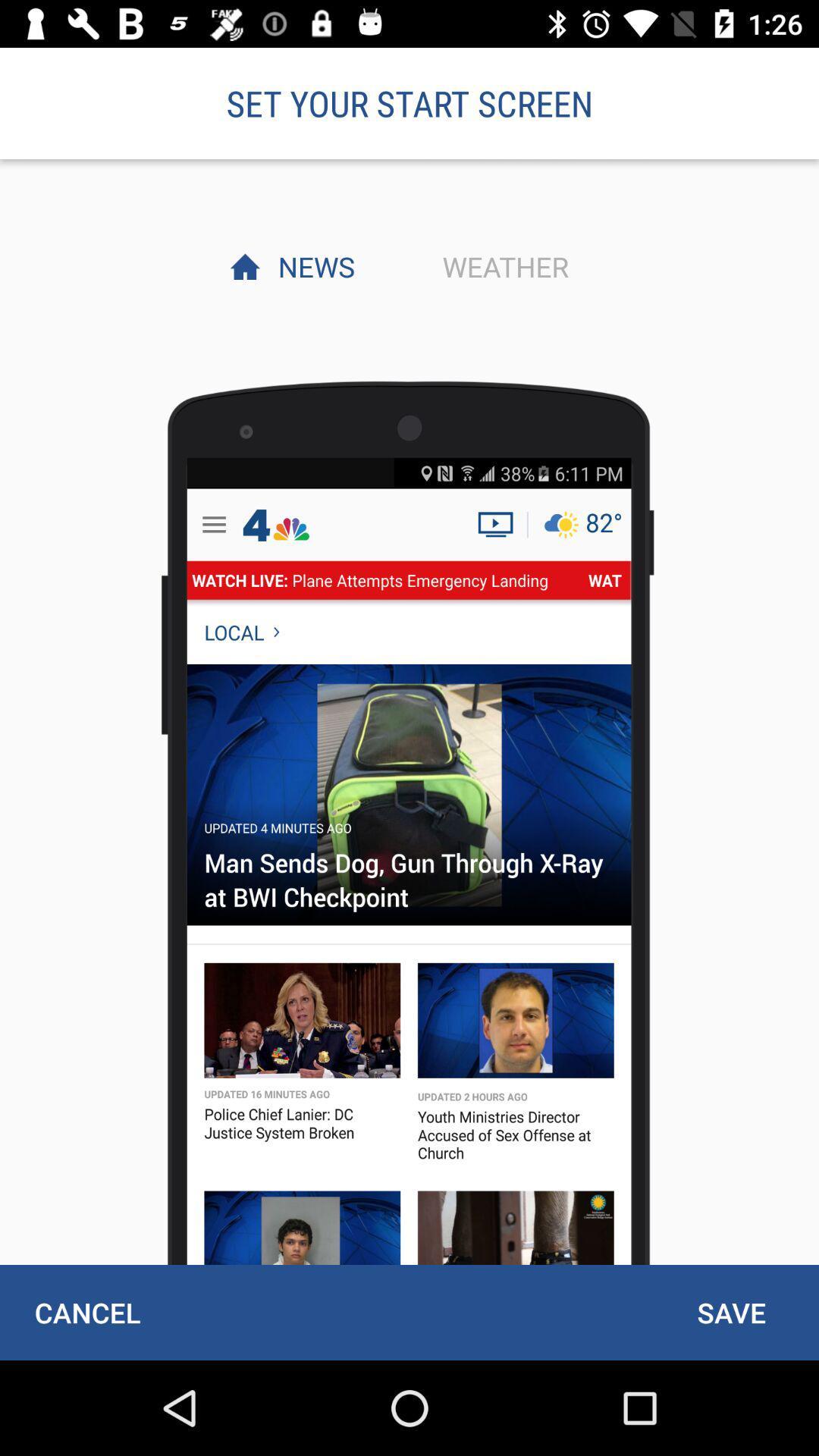 This screenshot has height=1456, width=819. What do you see at coordinates (730, 1312) in the screenshot?
I see `item next to the cancel item` at bounding box center [730, 1312].